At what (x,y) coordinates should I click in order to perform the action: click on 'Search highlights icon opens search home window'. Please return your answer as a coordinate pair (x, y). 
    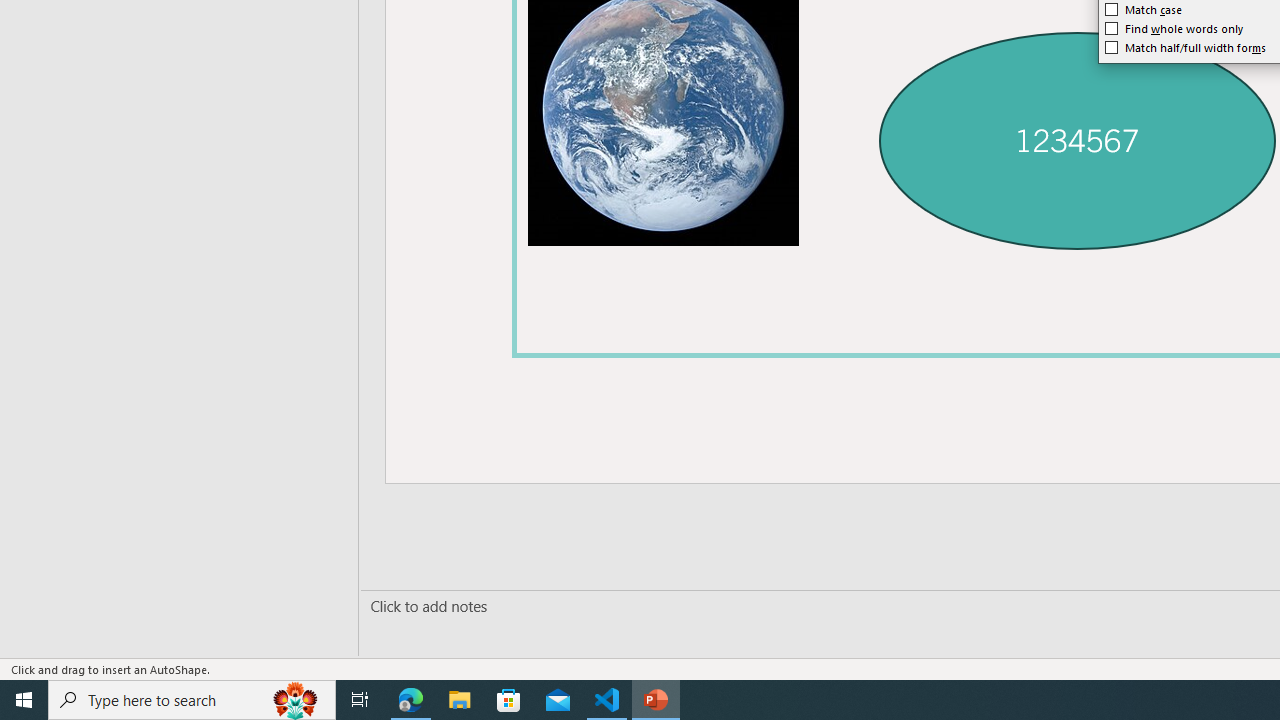
    Looking at the image, I should click on (294, 698).